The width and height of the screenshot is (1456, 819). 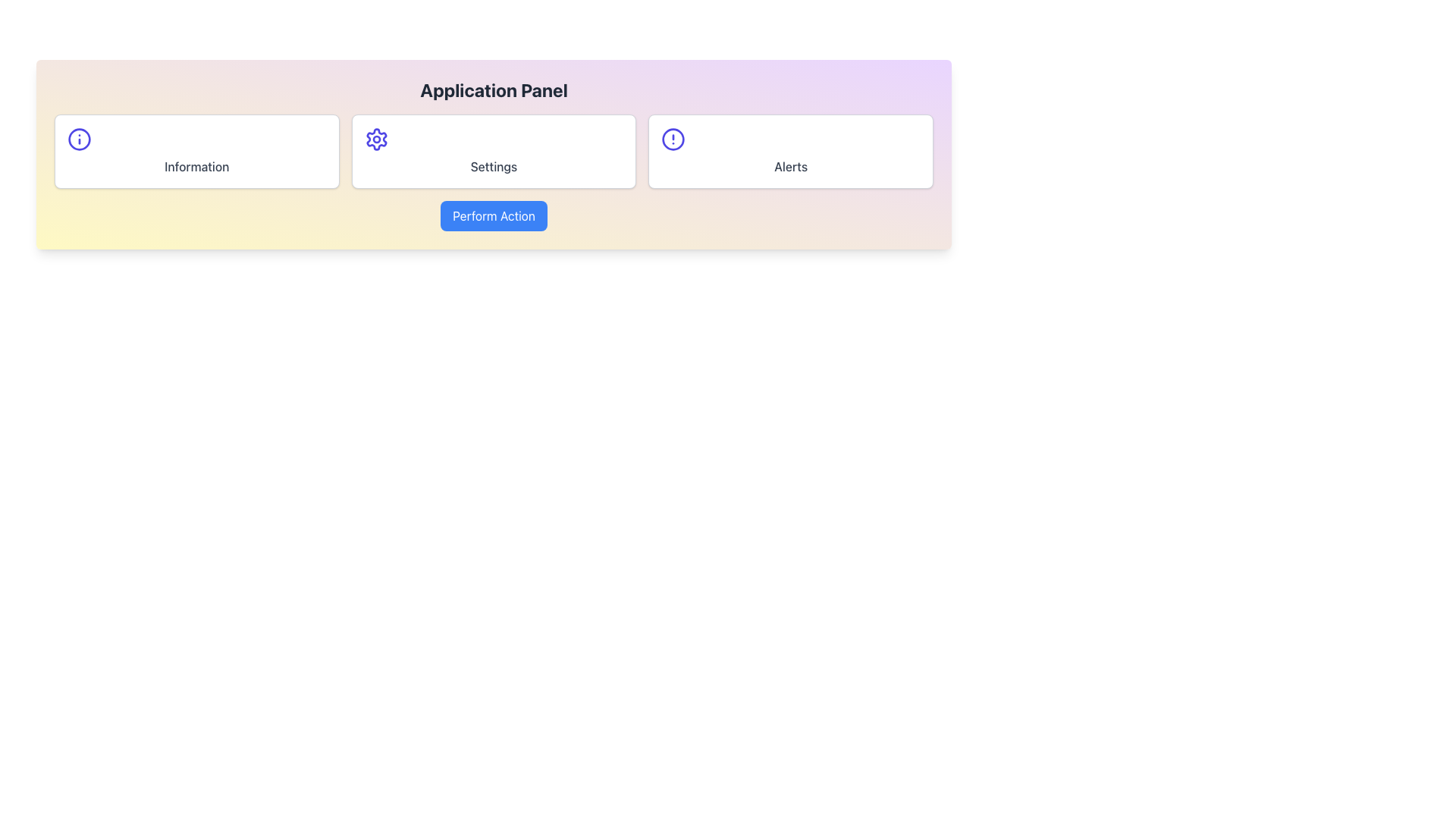 What do you see at coordinates (79, 140) in the screenshot?
I see `the vibrant blue circular informational icon with an 'i' symbol, located at the top left of the 'Information' card` at bounding box center [79, 140].